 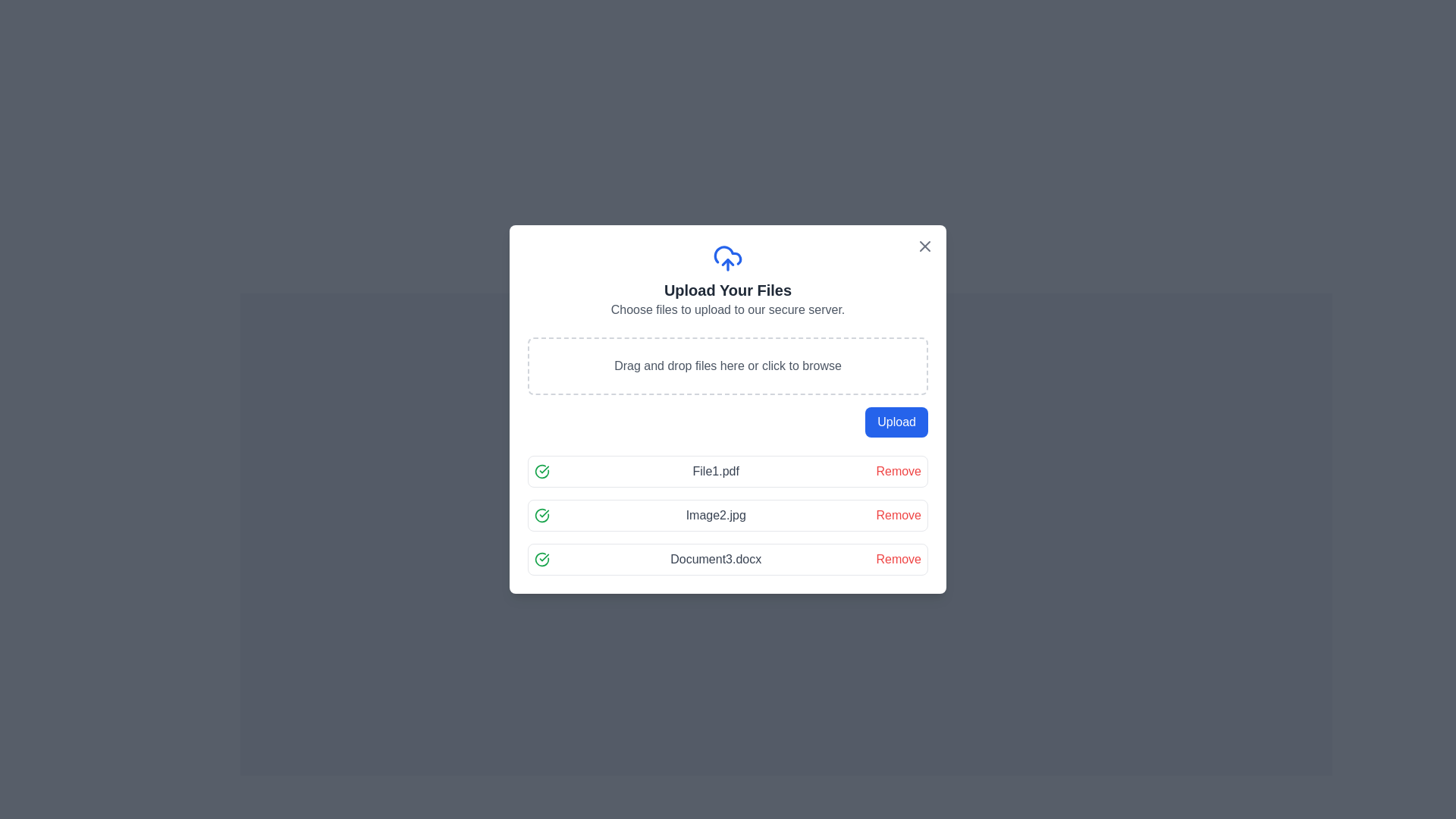 What do you see at coordinates (728, 559) in the screenshot?
I see `filename displayed in the last uploaded file entry, which is represented by a List Item with an Action Button, indicating a successful upload with a check icon` at bounding box center [728, 559].